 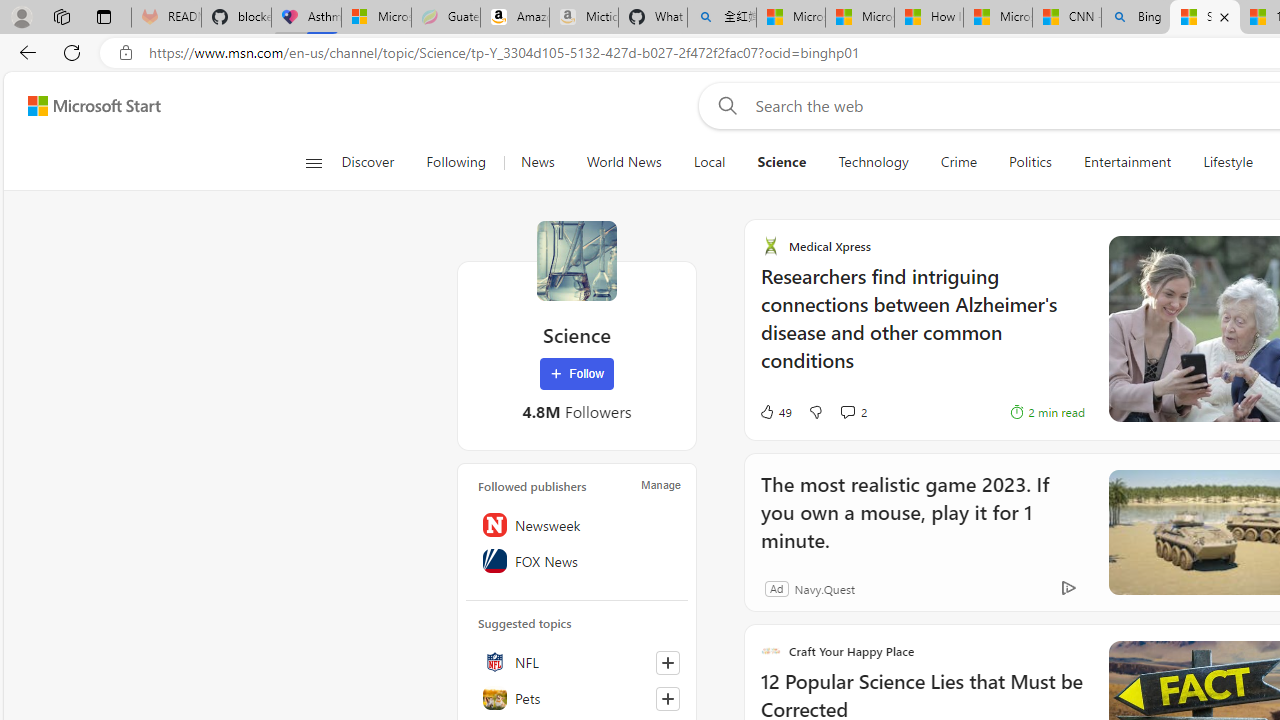 I want to click on 'Local', so click(x=709, y=162).